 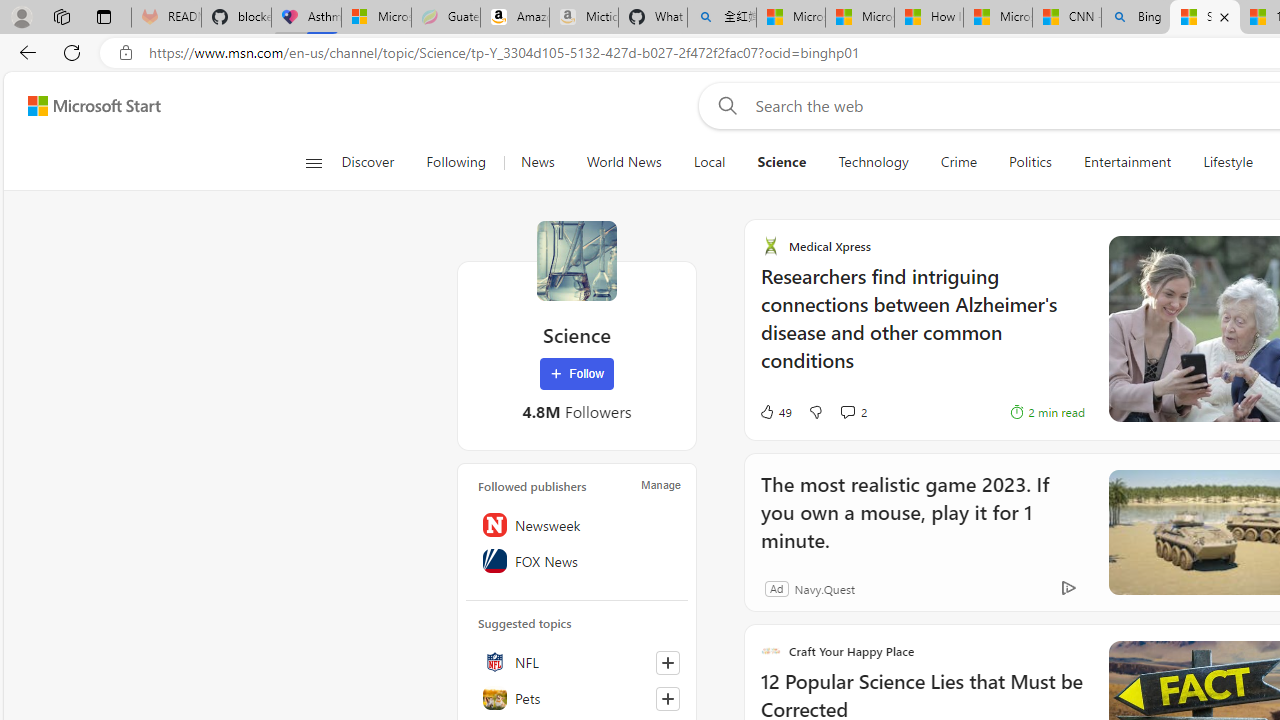 I want to click on 'Local', so click(x=709, y=162).